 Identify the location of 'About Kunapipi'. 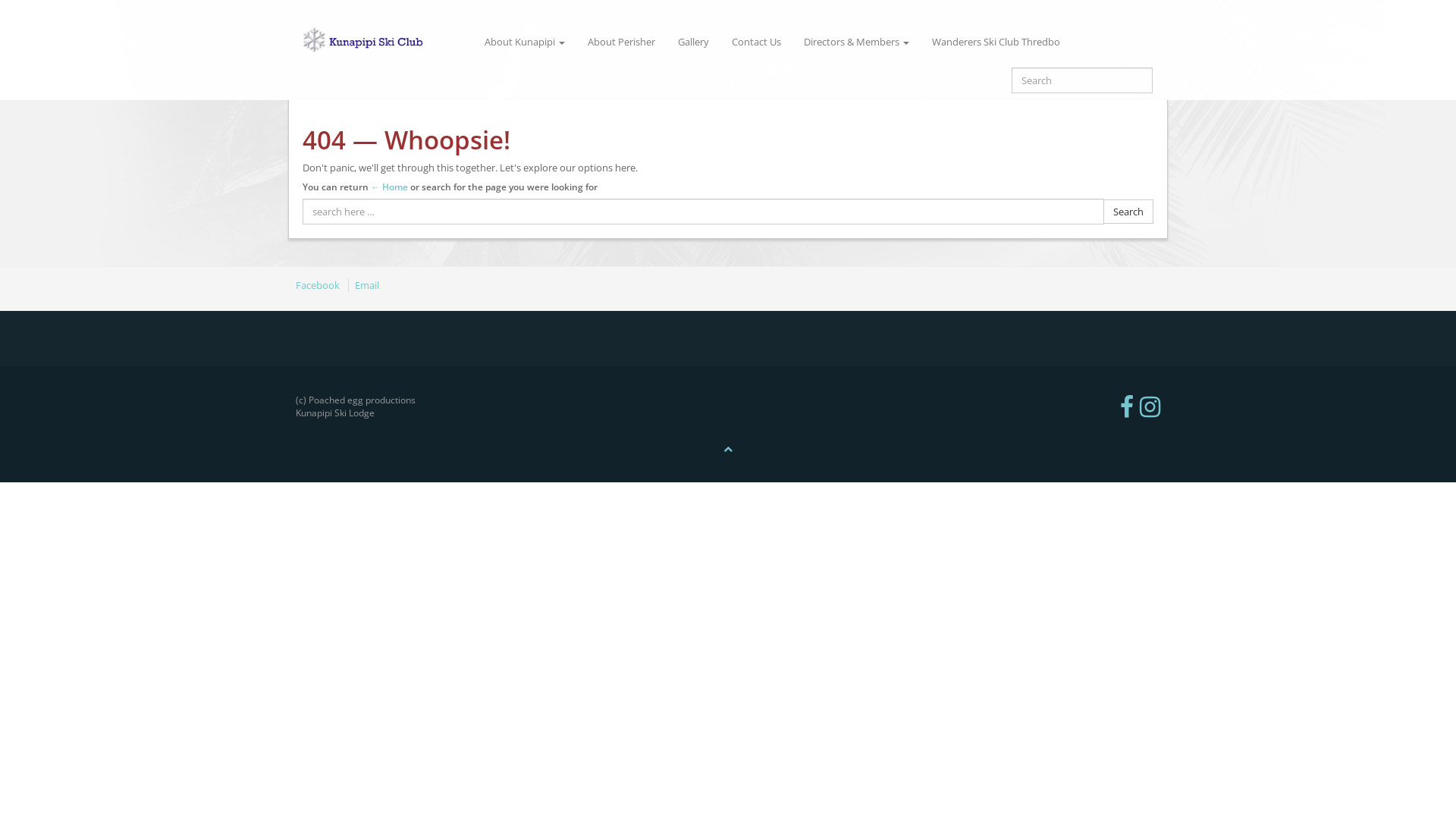
(524, 40).